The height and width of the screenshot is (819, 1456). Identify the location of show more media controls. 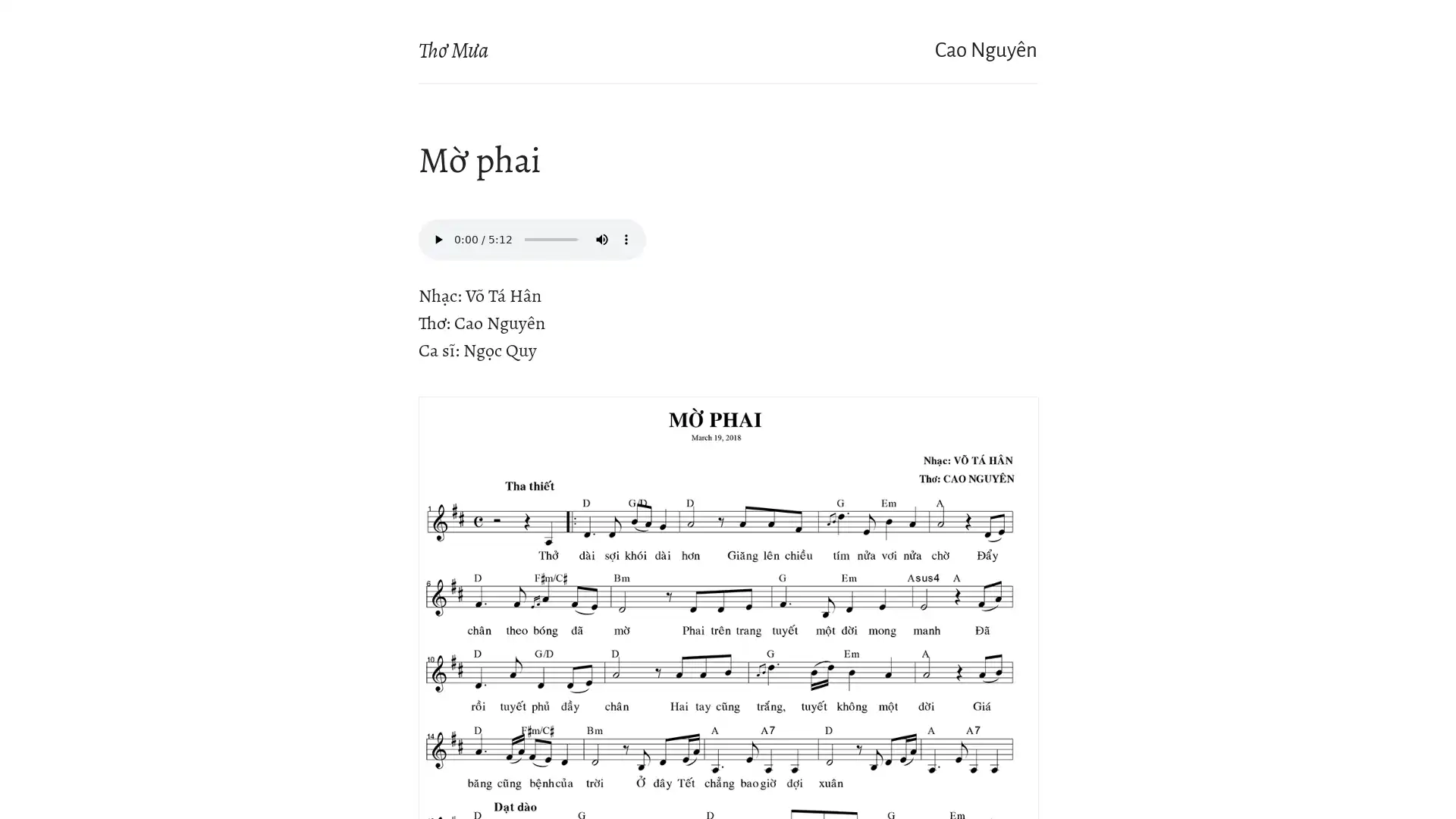
(626, 239).